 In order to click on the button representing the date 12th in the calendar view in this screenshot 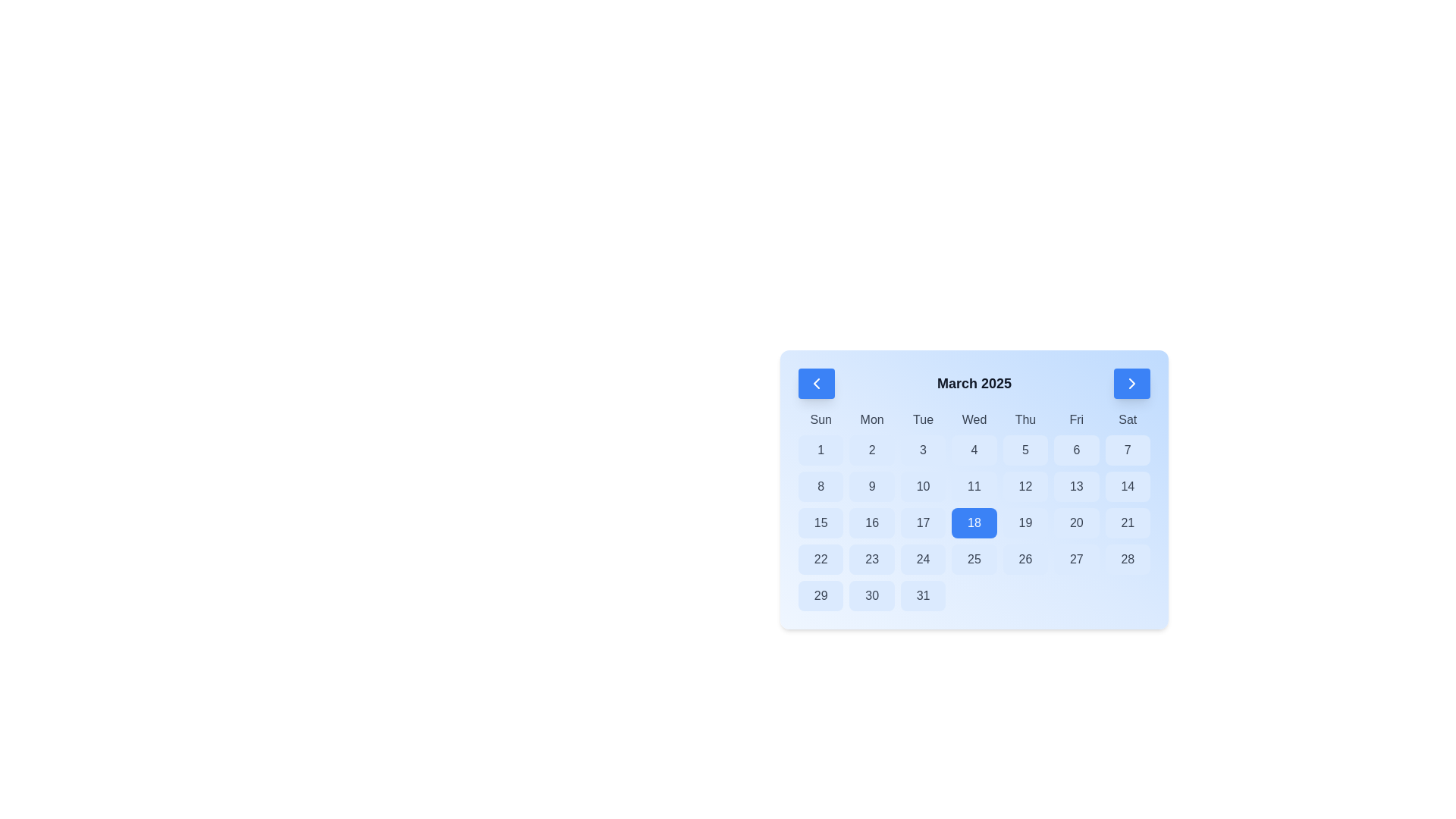, I will do `click(1025, 486)`.